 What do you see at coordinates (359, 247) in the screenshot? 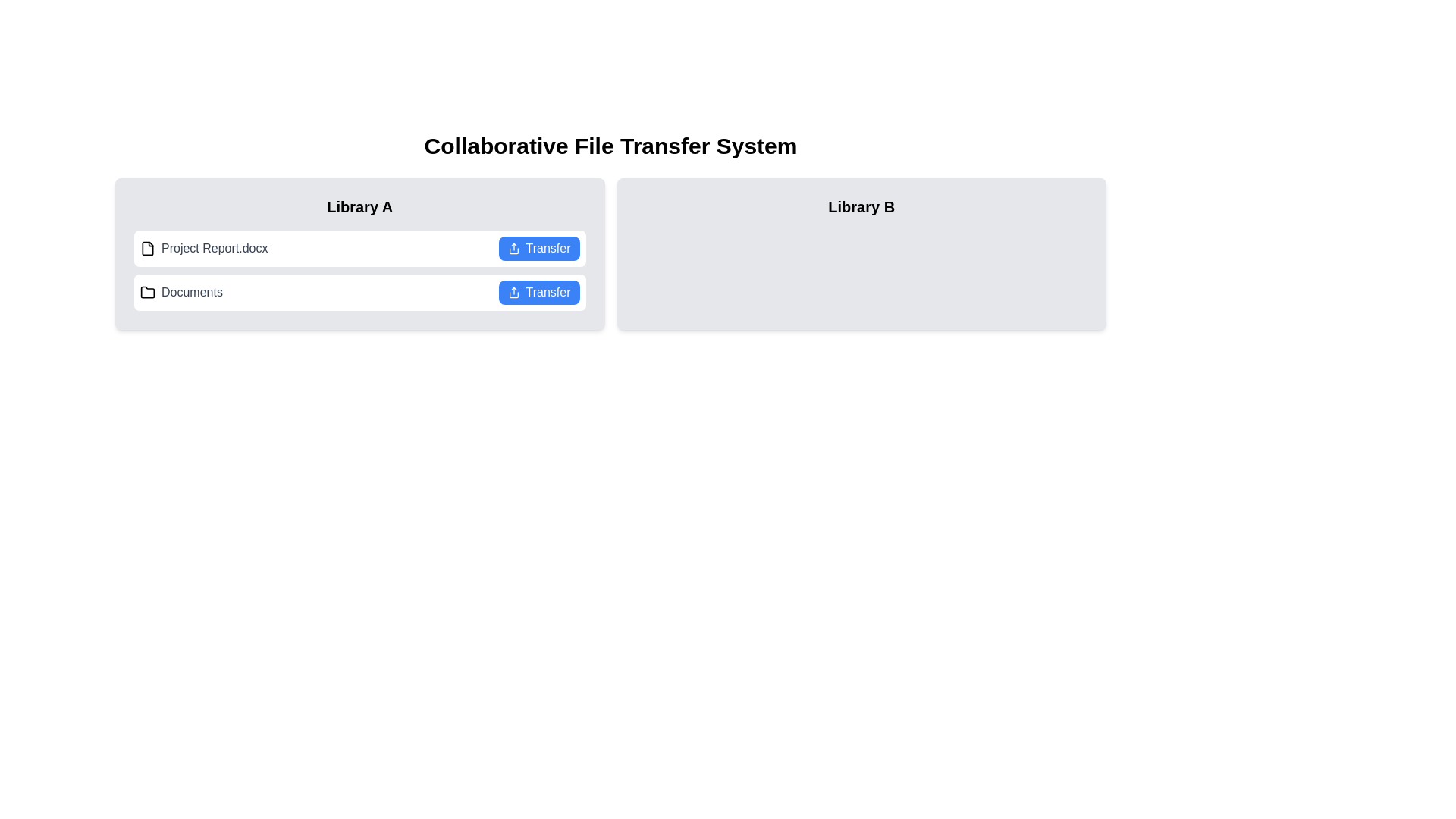
I see `the first list item representing the file 'Project Report.docx'` at bounding box center [359, 247].